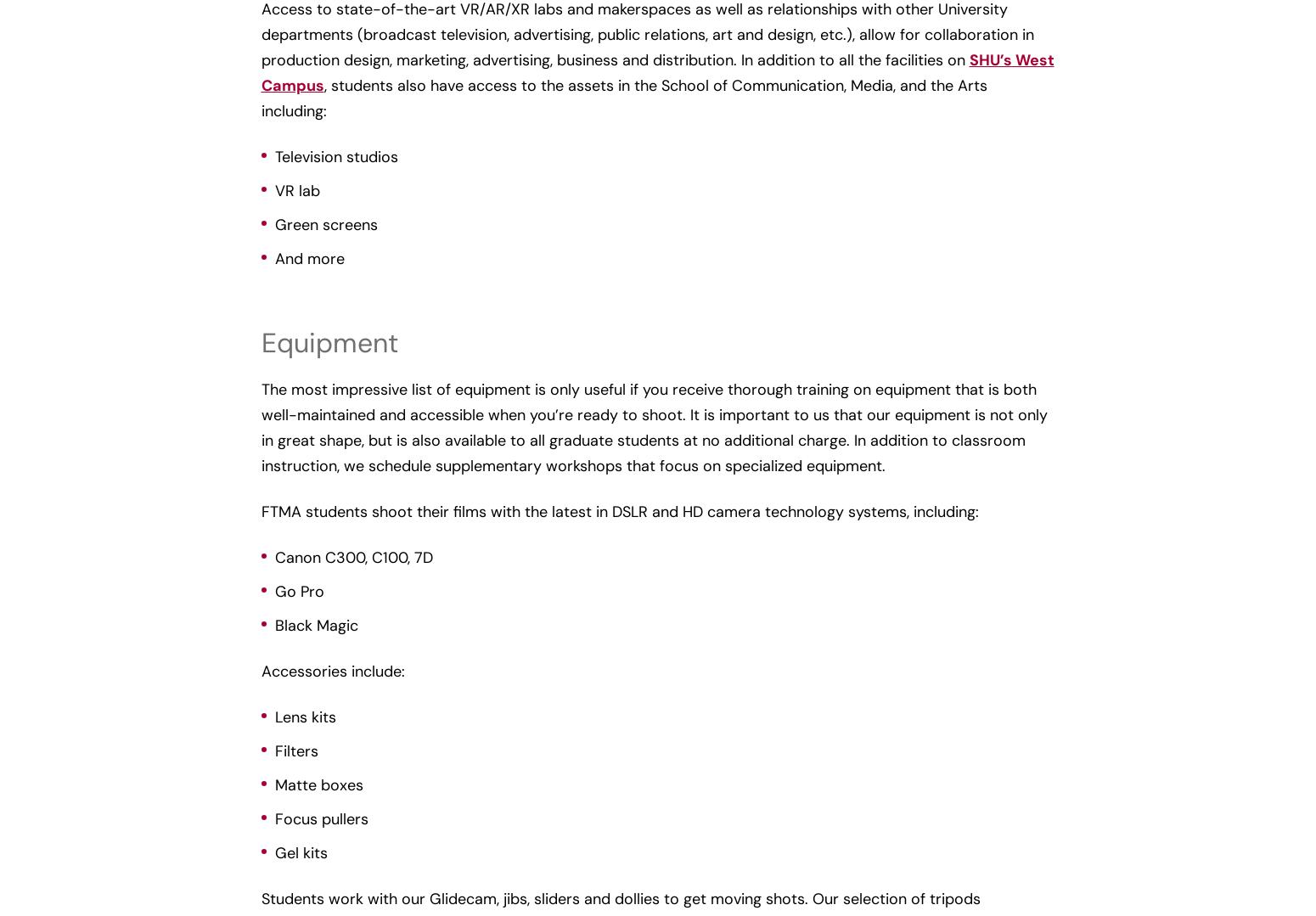 The height and width of the screenshot is (916, 1316). I want to click on 'Matte boxes', so click(273, 784).